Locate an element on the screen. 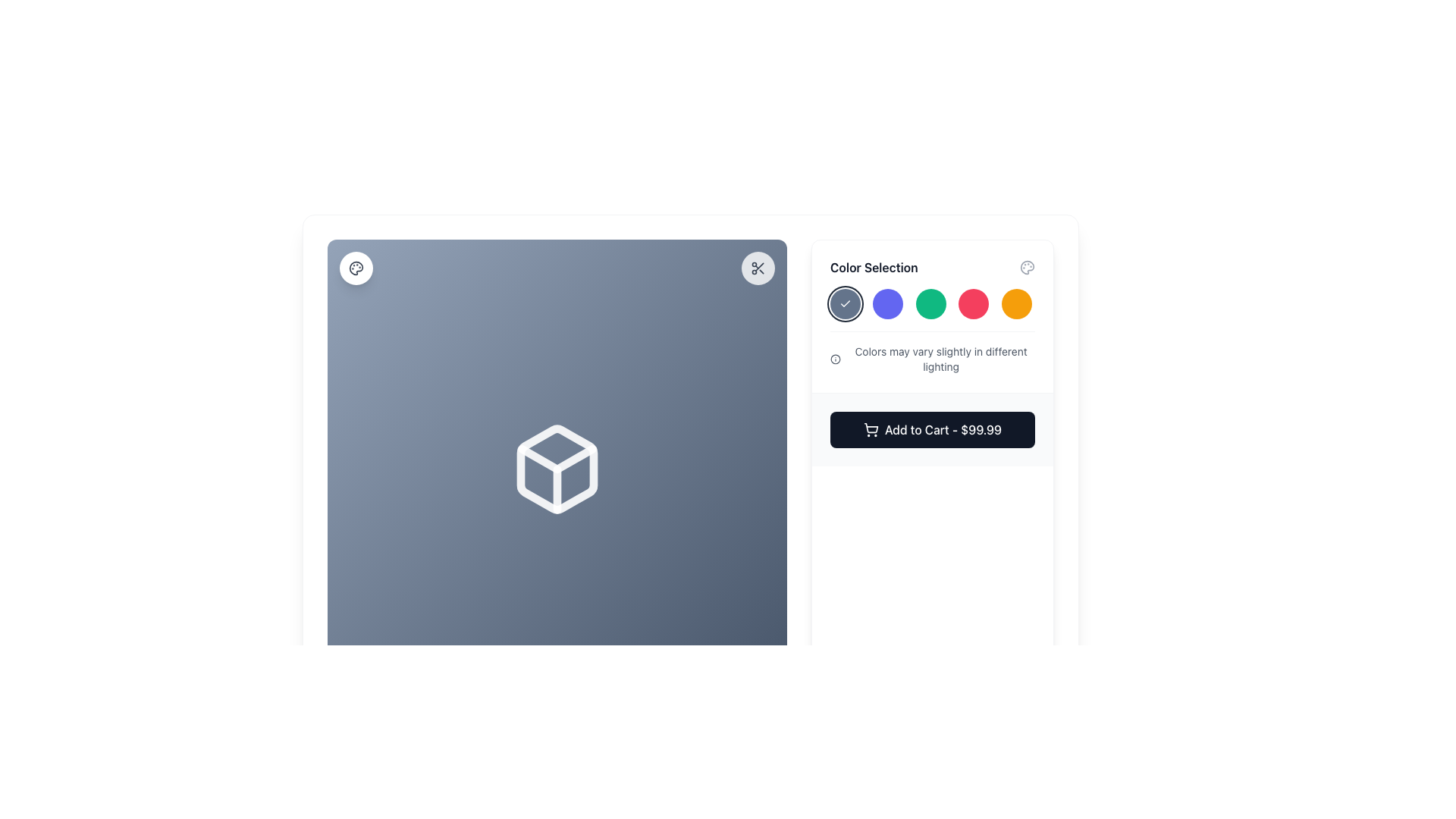 The image size is (1456, 819). the shopping cart icon that visually represents the 'Add to Cart' functionality, located to the left of the button labeled 'Add to Cart - $99.99' is located at coordinates (871, 430).